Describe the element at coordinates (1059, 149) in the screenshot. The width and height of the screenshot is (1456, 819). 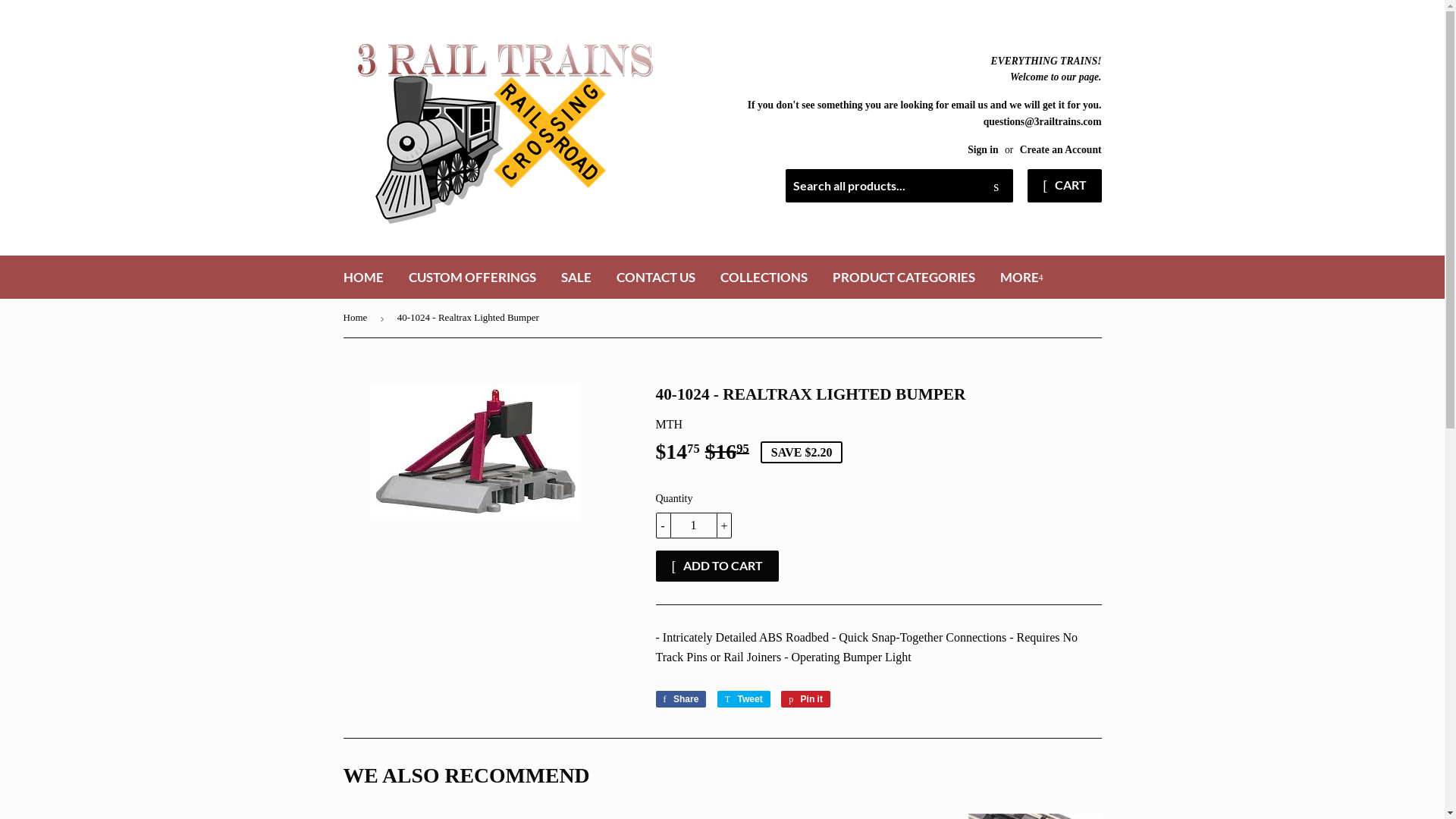
I see `'Create an Account'` at that location.